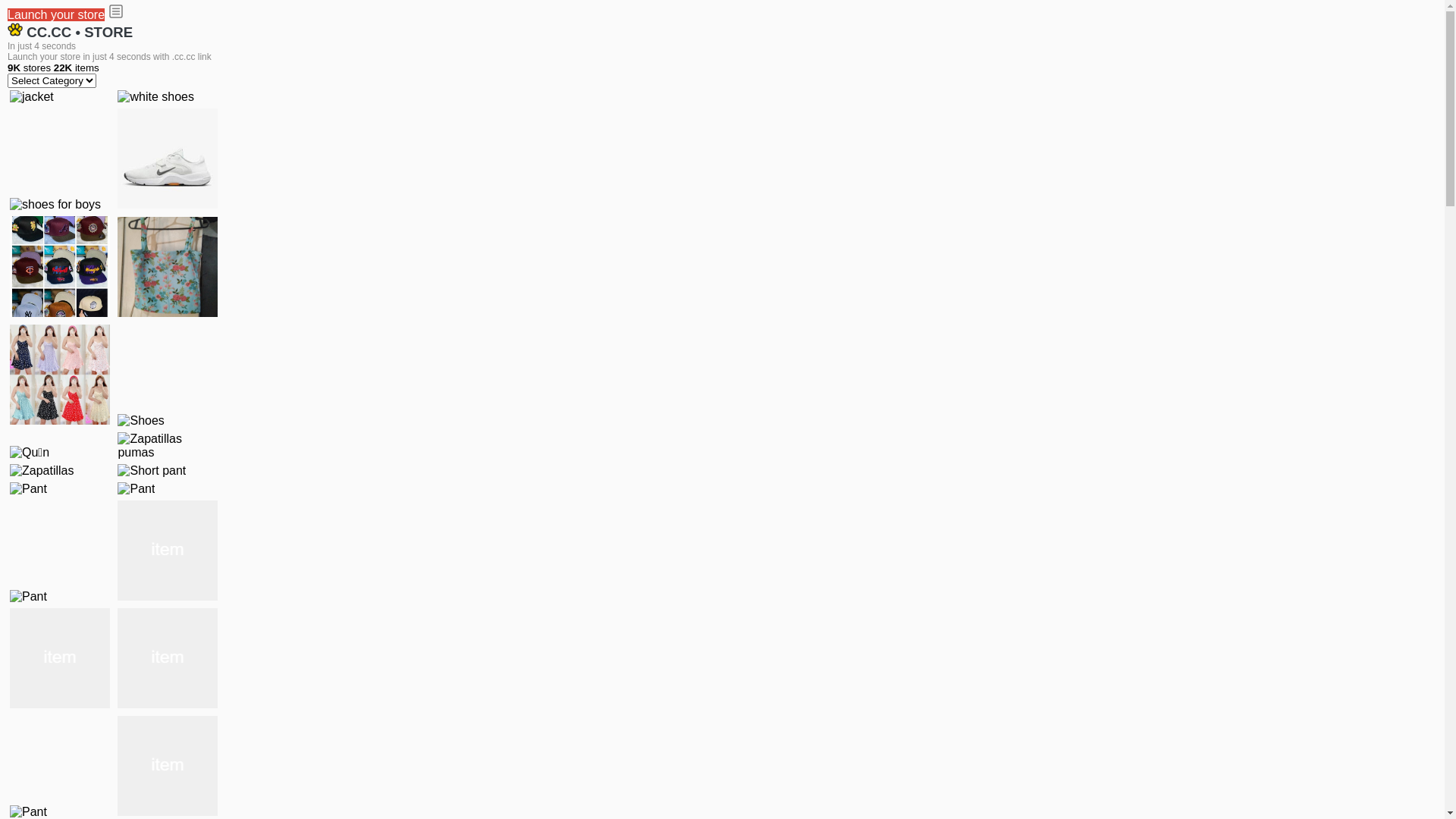  What do you see at coordinates (155, 96) in the screenshot?
I see `'white shoes'` at bounding box center [155, 96].